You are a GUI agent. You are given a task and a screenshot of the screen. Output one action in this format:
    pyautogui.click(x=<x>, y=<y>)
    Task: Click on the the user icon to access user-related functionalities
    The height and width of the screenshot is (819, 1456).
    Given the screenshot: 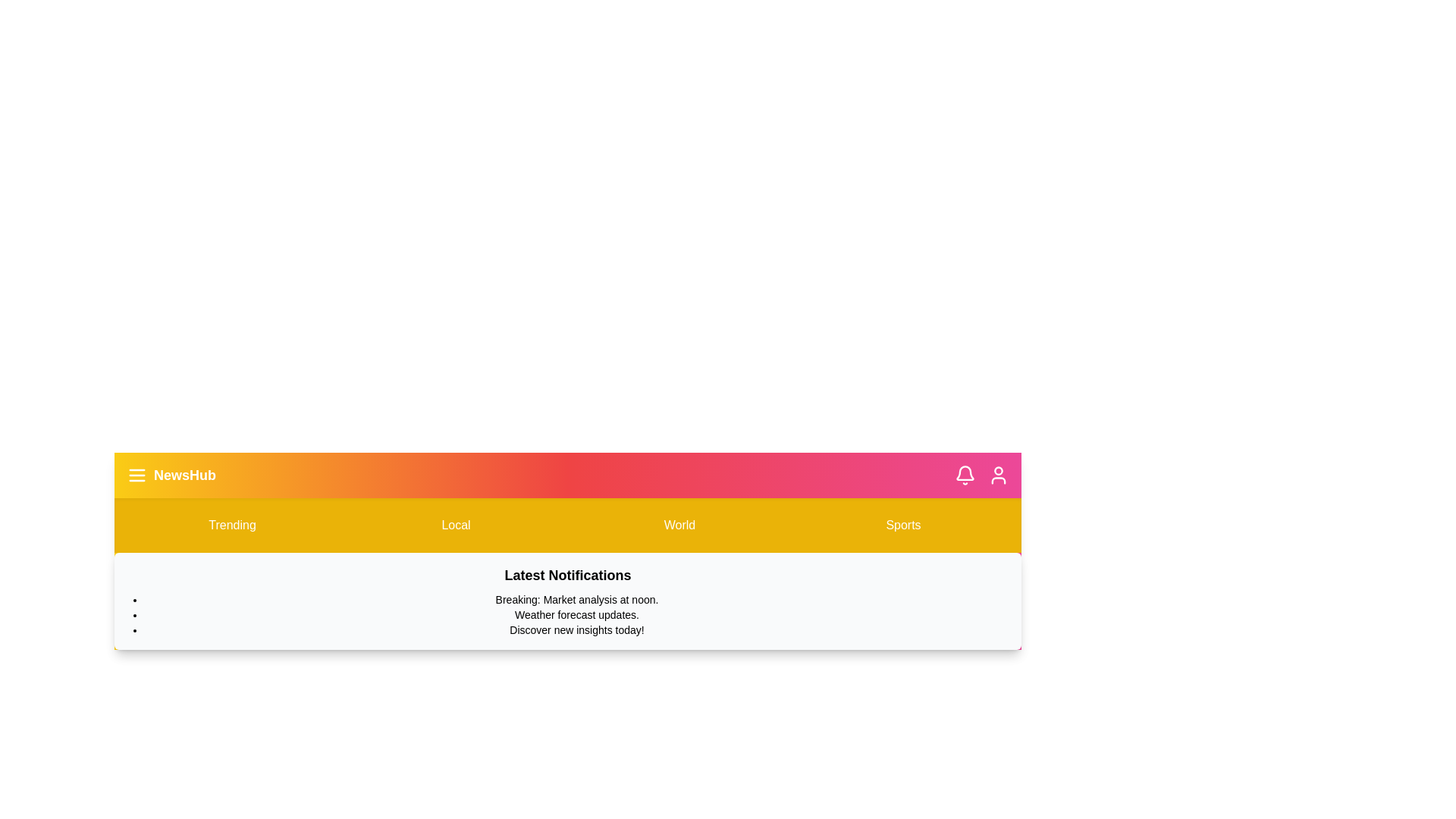 What is the action you would take?
    pyautogui.click(x=998, y=475)
    